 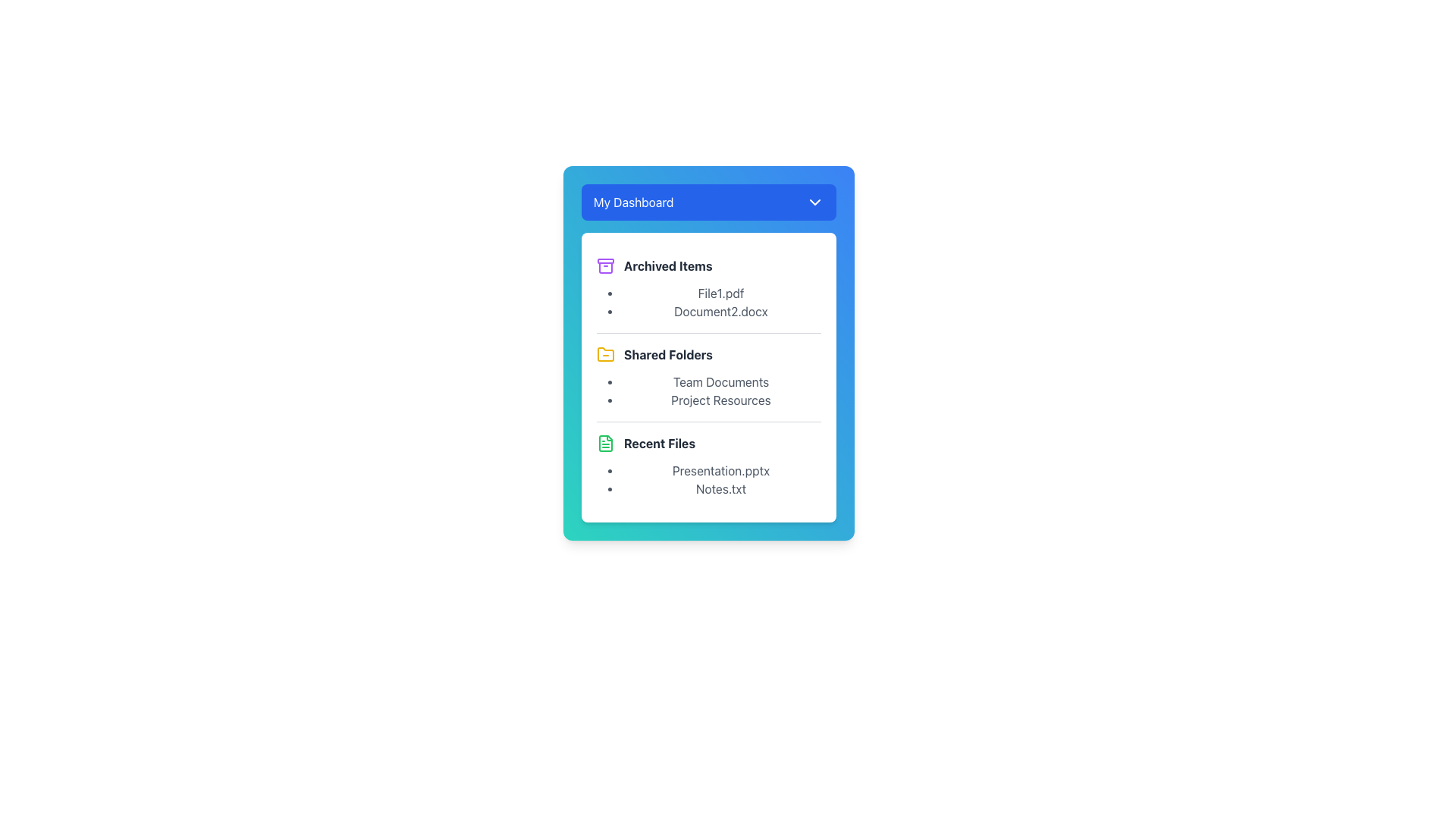 I want to click on the section header for the list of shared folders located between 'Archived Items' and 'Recent Files', so click(x=708, y=376).